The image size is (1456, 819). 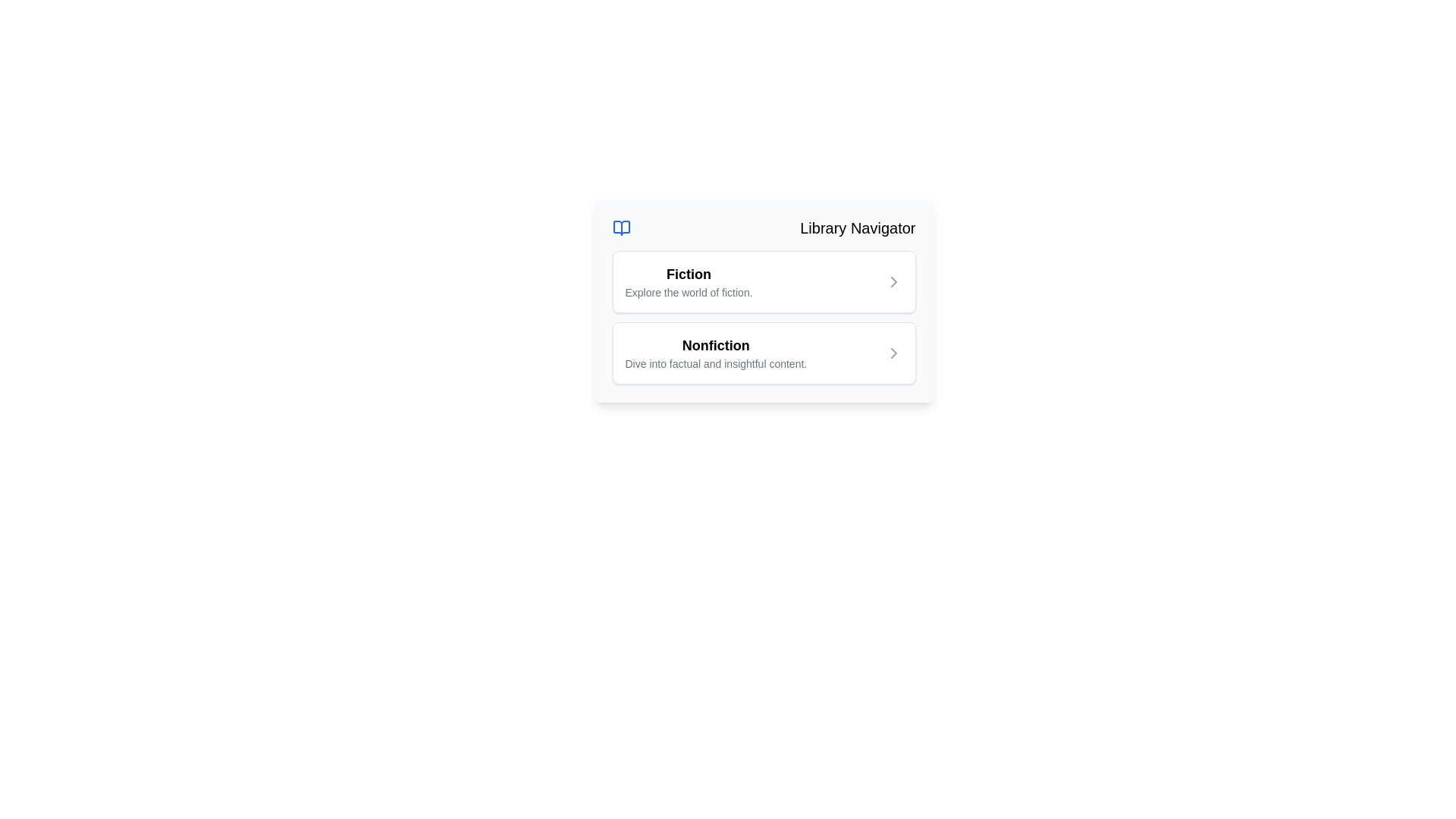 I want to click on the right half of the open book icon, which is a blue vector graphic with a stroke width of 2px, located in the upper-left corner of the interface before the 'Library Navigator' header, so click(x=621, y=227).